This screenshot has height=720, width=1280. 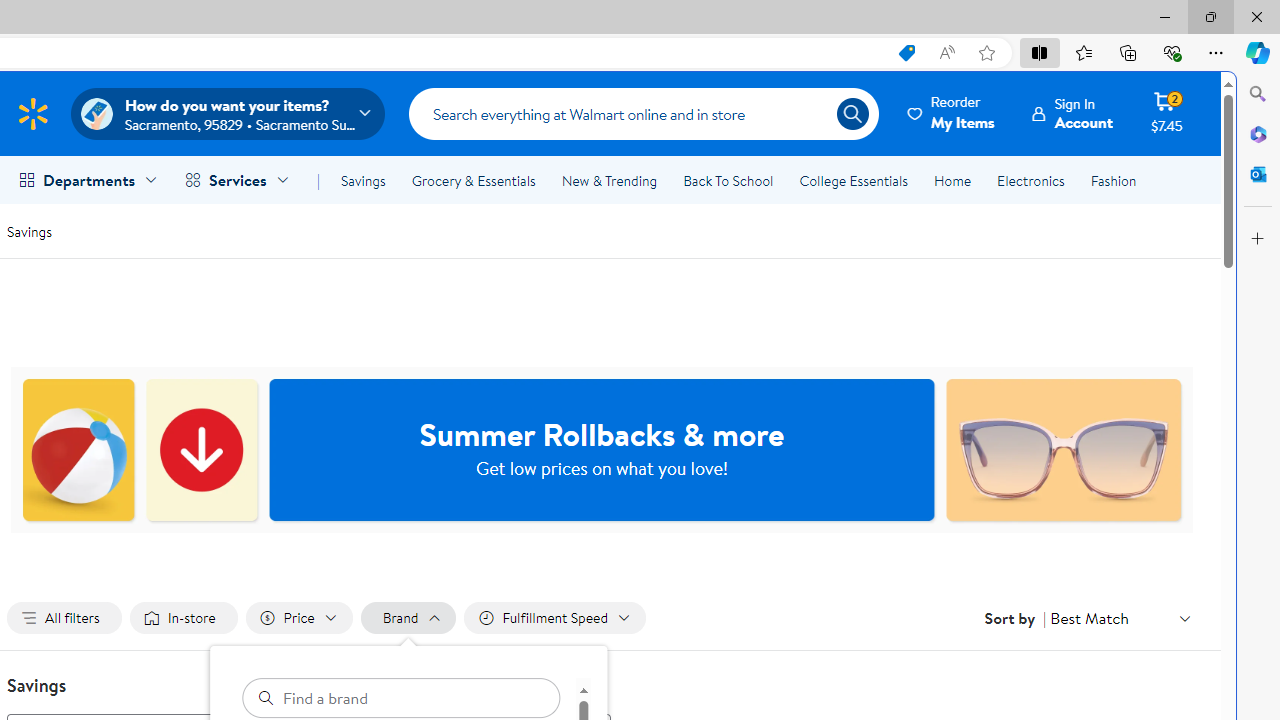 What do you see at coordinates (1166, 113) in the screenshot?
I see `'Cart contains 2 items Total Amount $7.45'` at bounding box center [1166, 113].